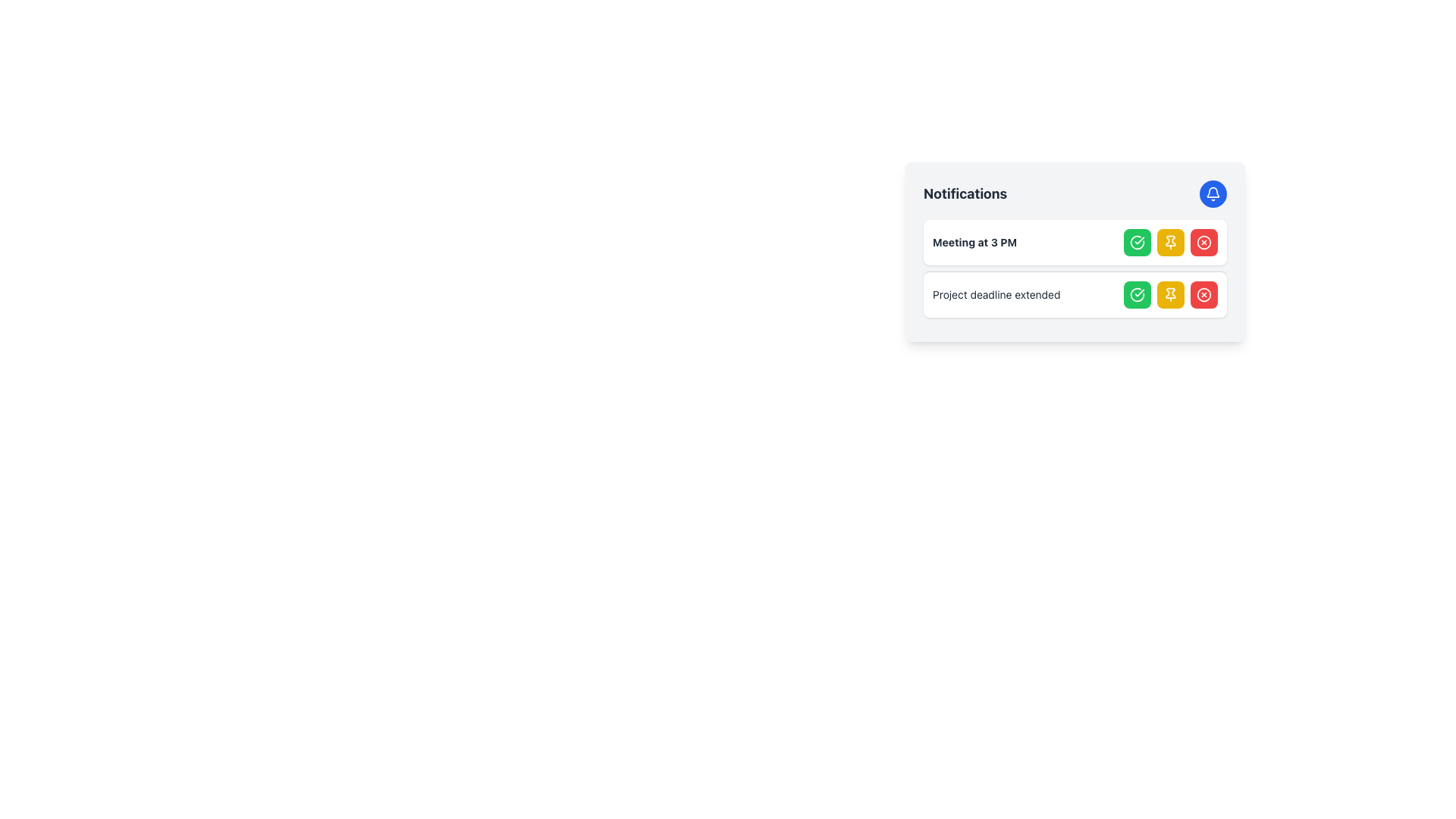  I want to click on the leftmost icon in the row of three buttons positioned to the right of the notification entry labeled 'Meeting at 3 PM', so click(1137, 241).